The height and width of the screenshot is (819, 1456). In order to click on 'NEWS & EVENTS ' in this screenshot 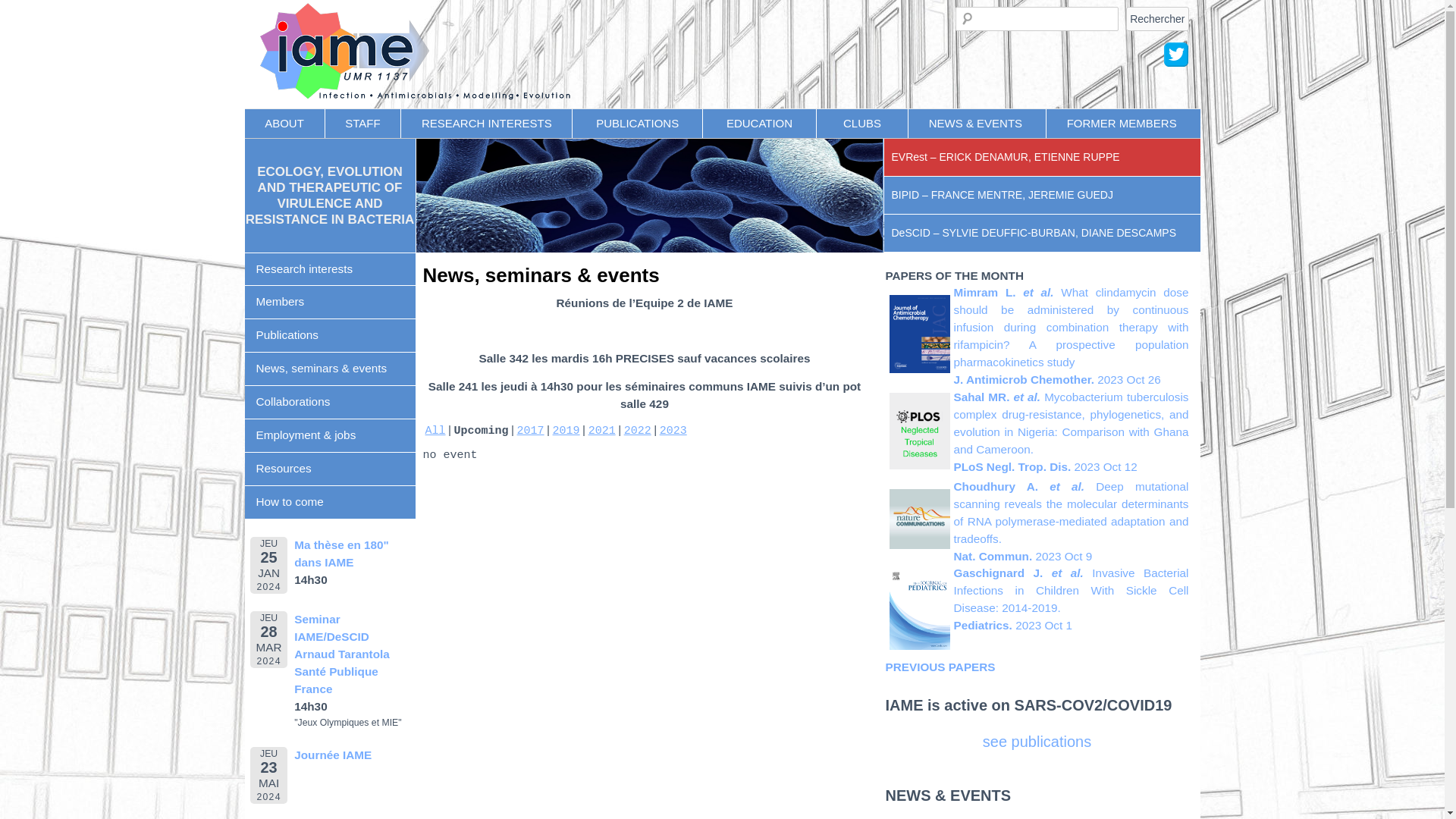, I will do `click(977, 122)`.